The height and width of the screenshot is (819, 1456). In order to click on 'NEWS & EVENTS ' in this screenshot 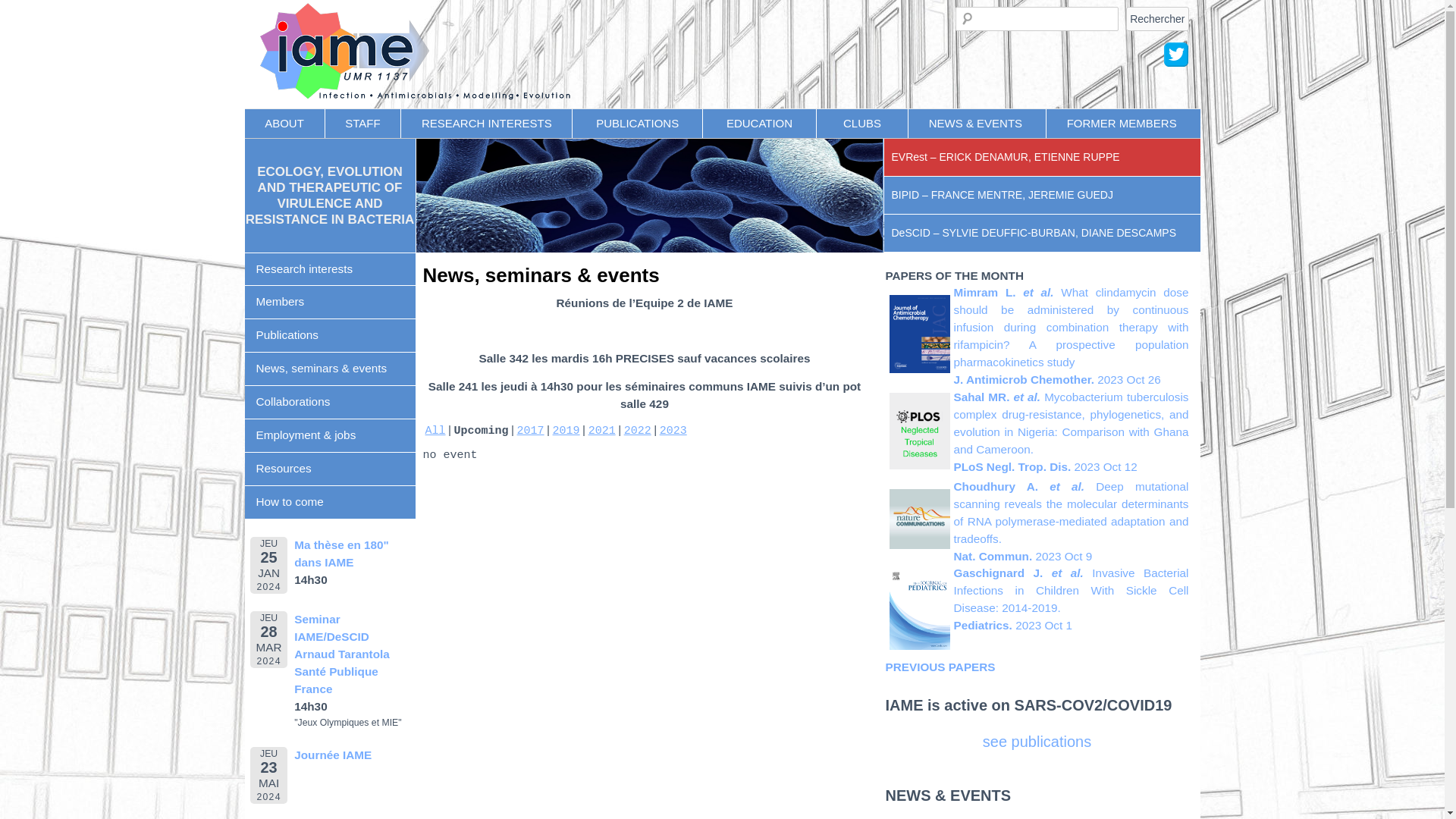, I will do `click(977, 122)`.